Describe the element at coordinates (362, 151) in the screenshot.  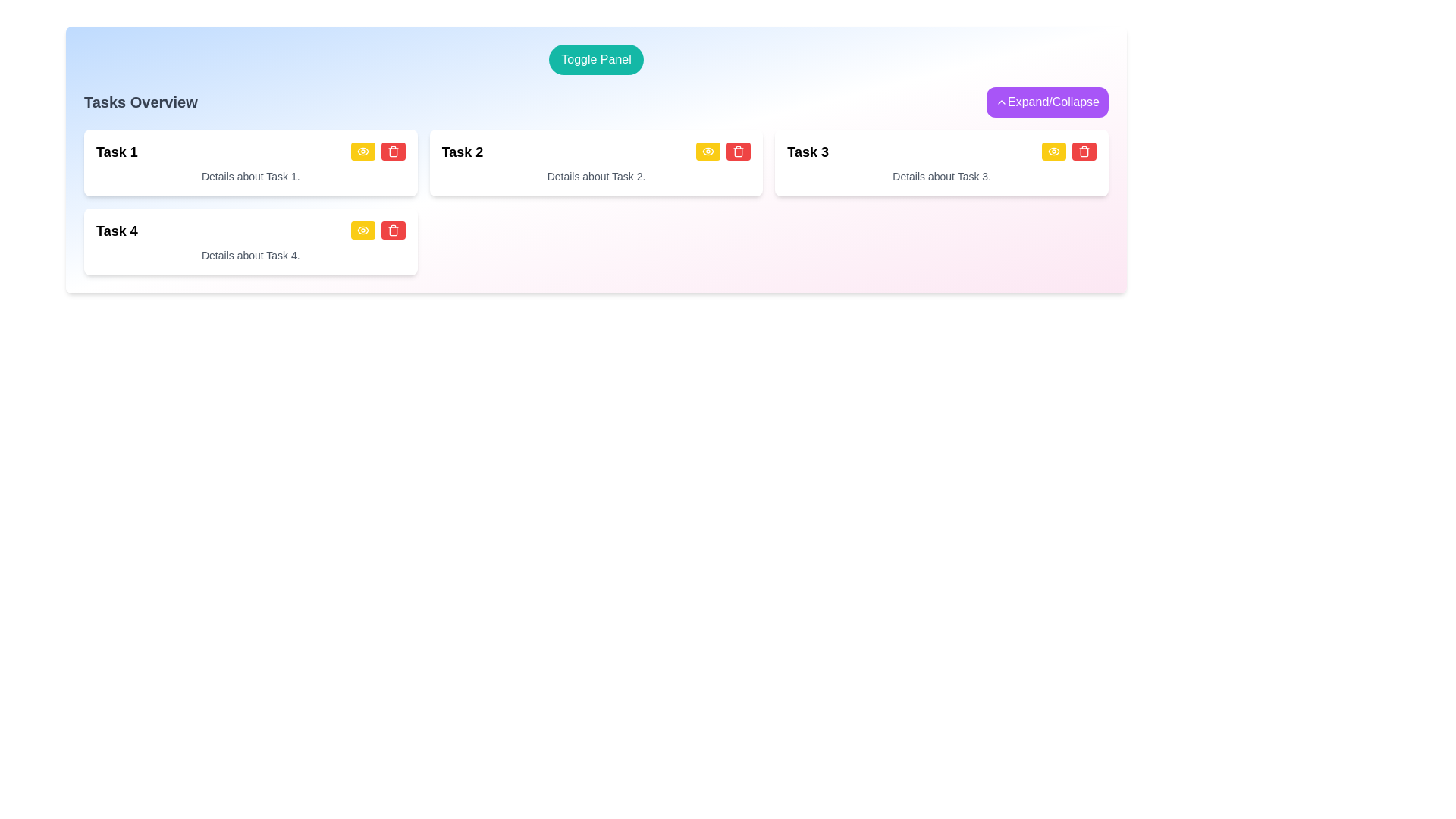
I see `the button located in the upper left section of the 'Task 1' card under the 'Tasks Overview' header` at that location.